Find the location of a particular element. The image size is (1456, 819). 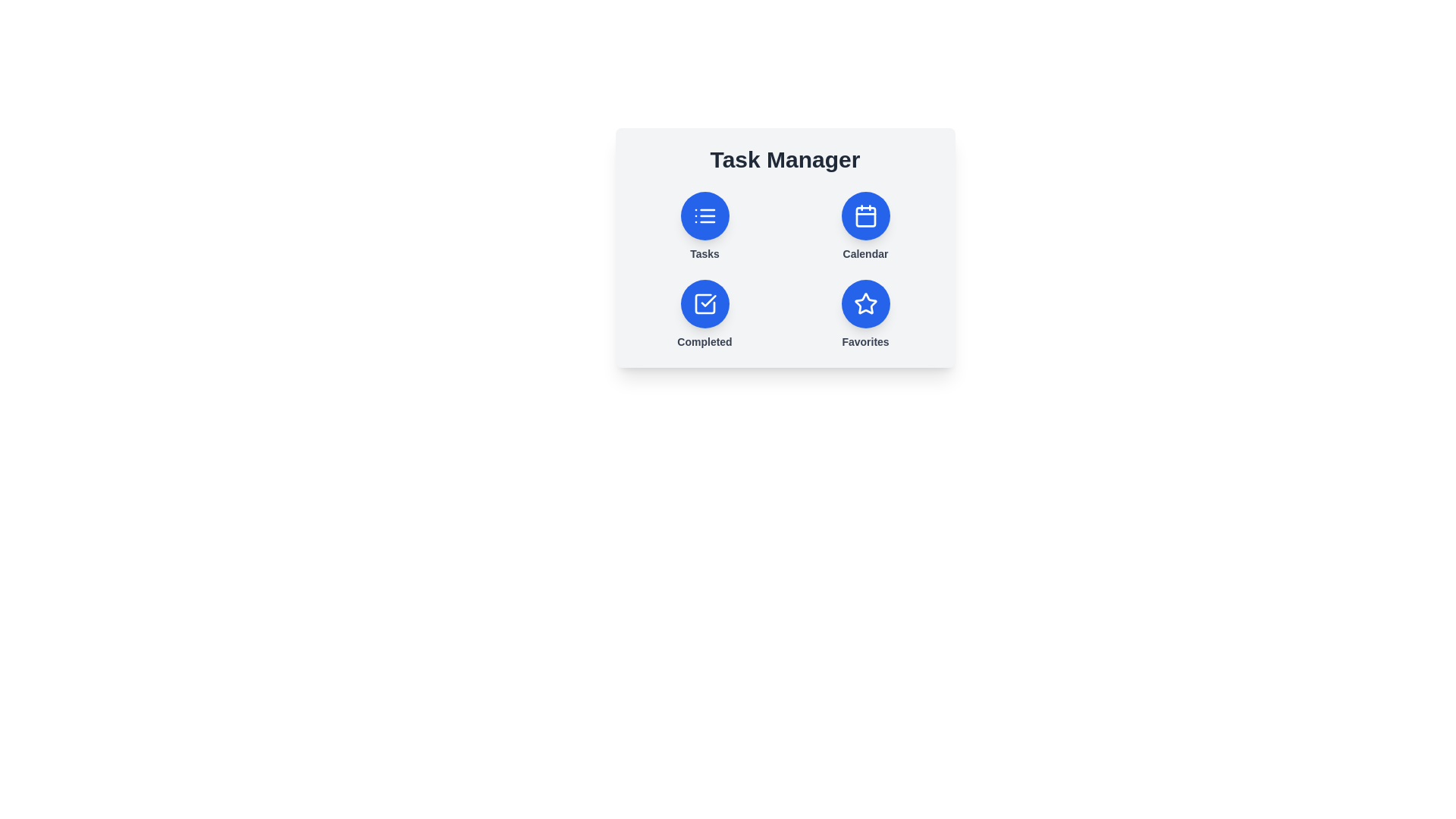

the calendar icon located in the top-right corner of the grid layout beneath the 'Task Manager' title is located at coordinates (865, 216).